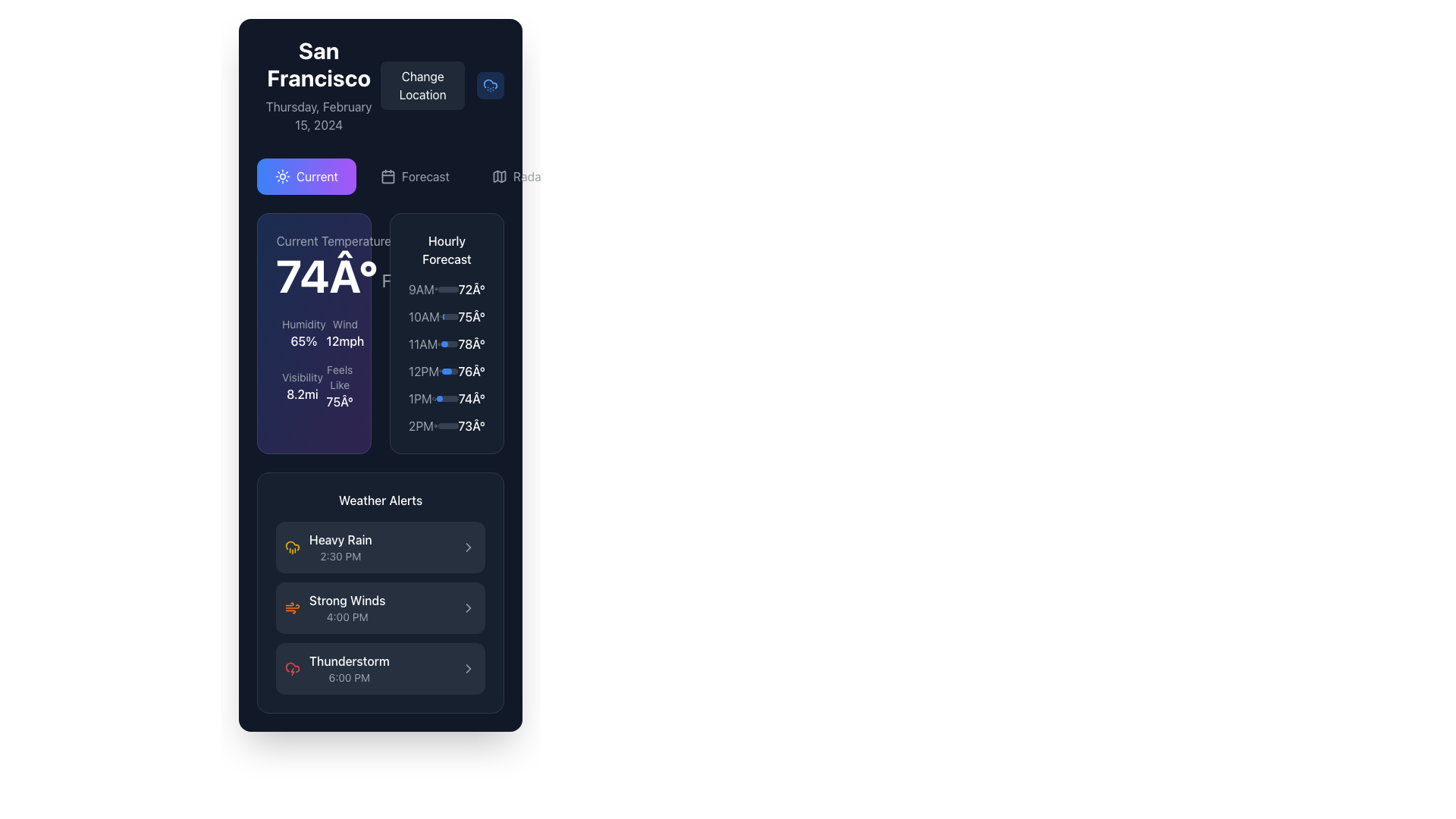 The width and height of the screenshot is (1456, 819). Describe the element at coordinates (339, 376) in the screenshot. I see `the static text label reading 'Feels Like', styled in small gray font, located below the visibility metric and above the temperature notation` at that location.